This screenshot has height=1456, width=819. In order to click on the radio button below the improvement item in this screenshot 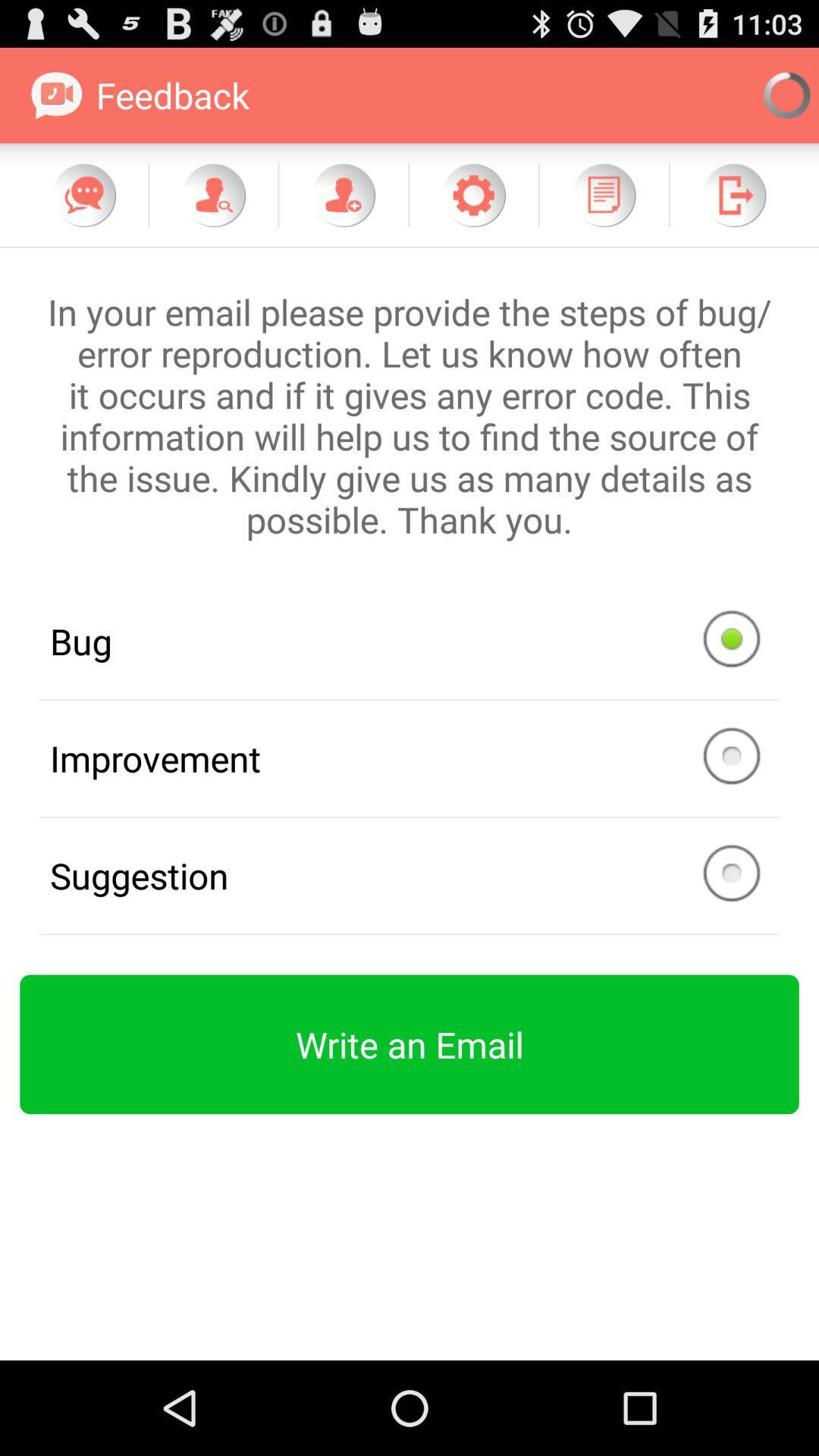, I will do `click(409, 876)`.